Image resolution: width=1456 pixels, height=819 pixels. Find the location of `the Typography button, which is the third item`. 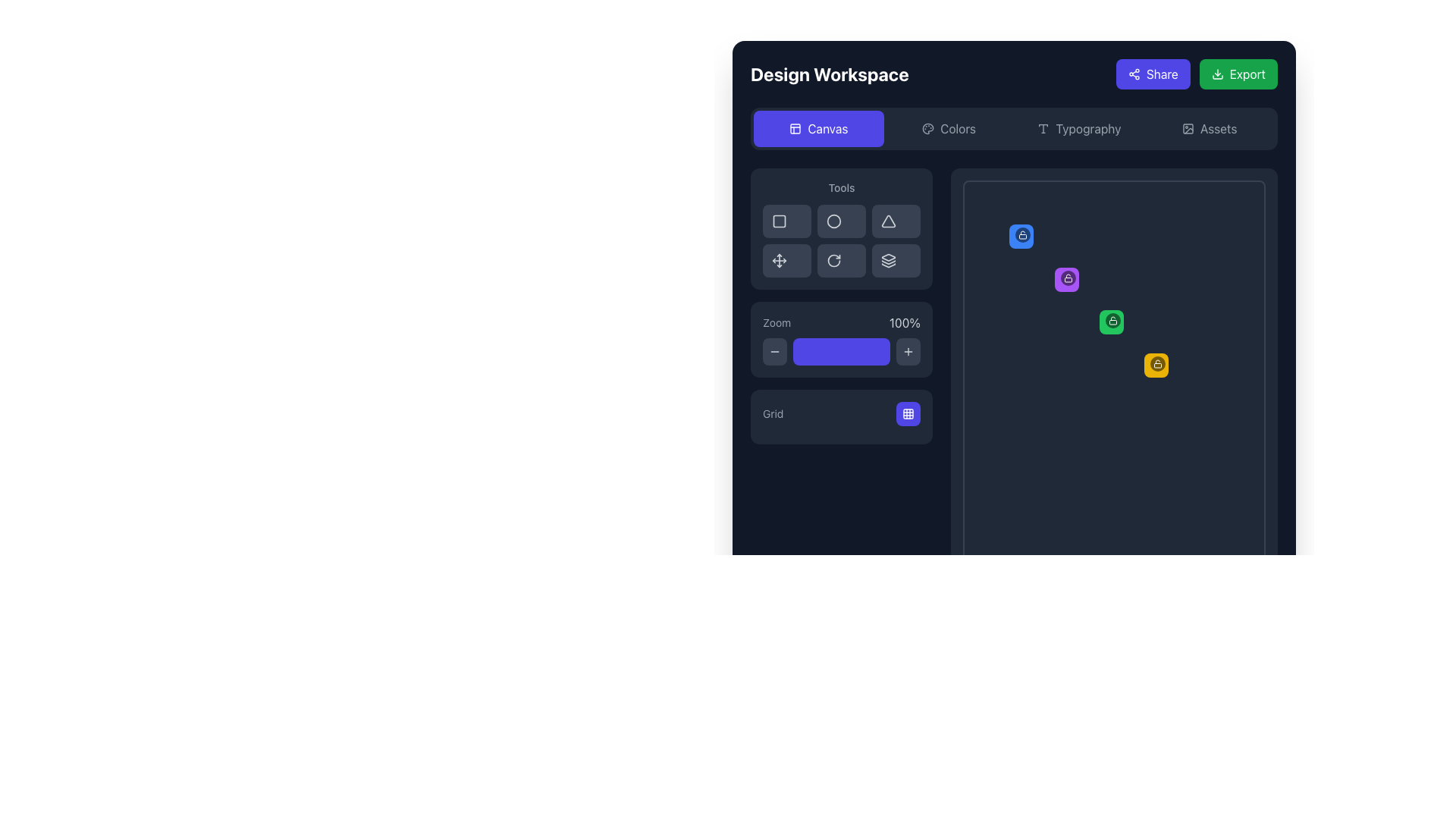

the Typography button, which is the third item is located at coordinates (1078, 127).